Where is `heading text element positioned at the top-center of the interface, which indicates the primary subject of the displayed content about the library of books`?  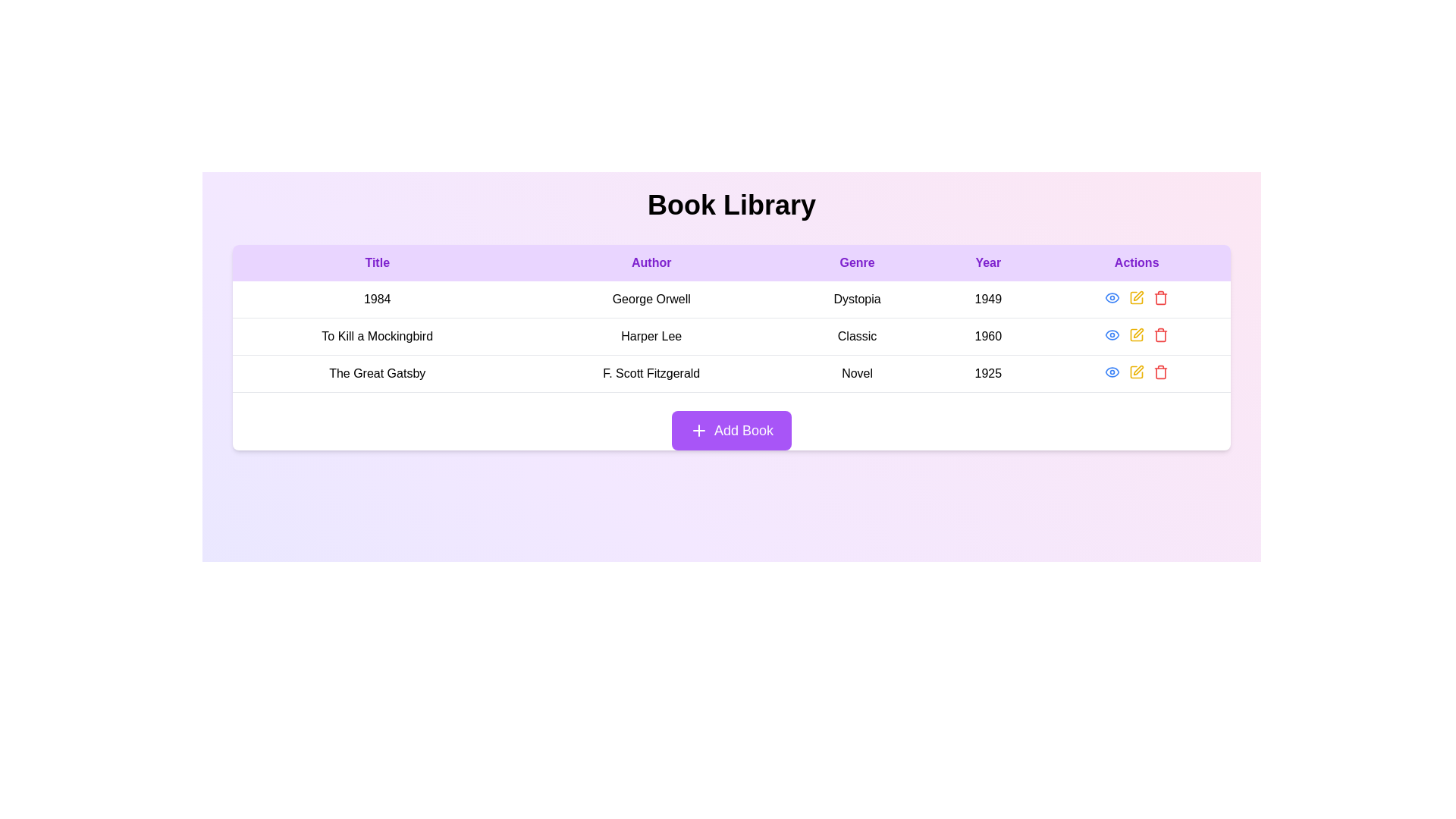 heading text element positioned at the top-center of the interface, which indicates the primary subject of the displayed content about the library of books is located at coordinates (731, 205).